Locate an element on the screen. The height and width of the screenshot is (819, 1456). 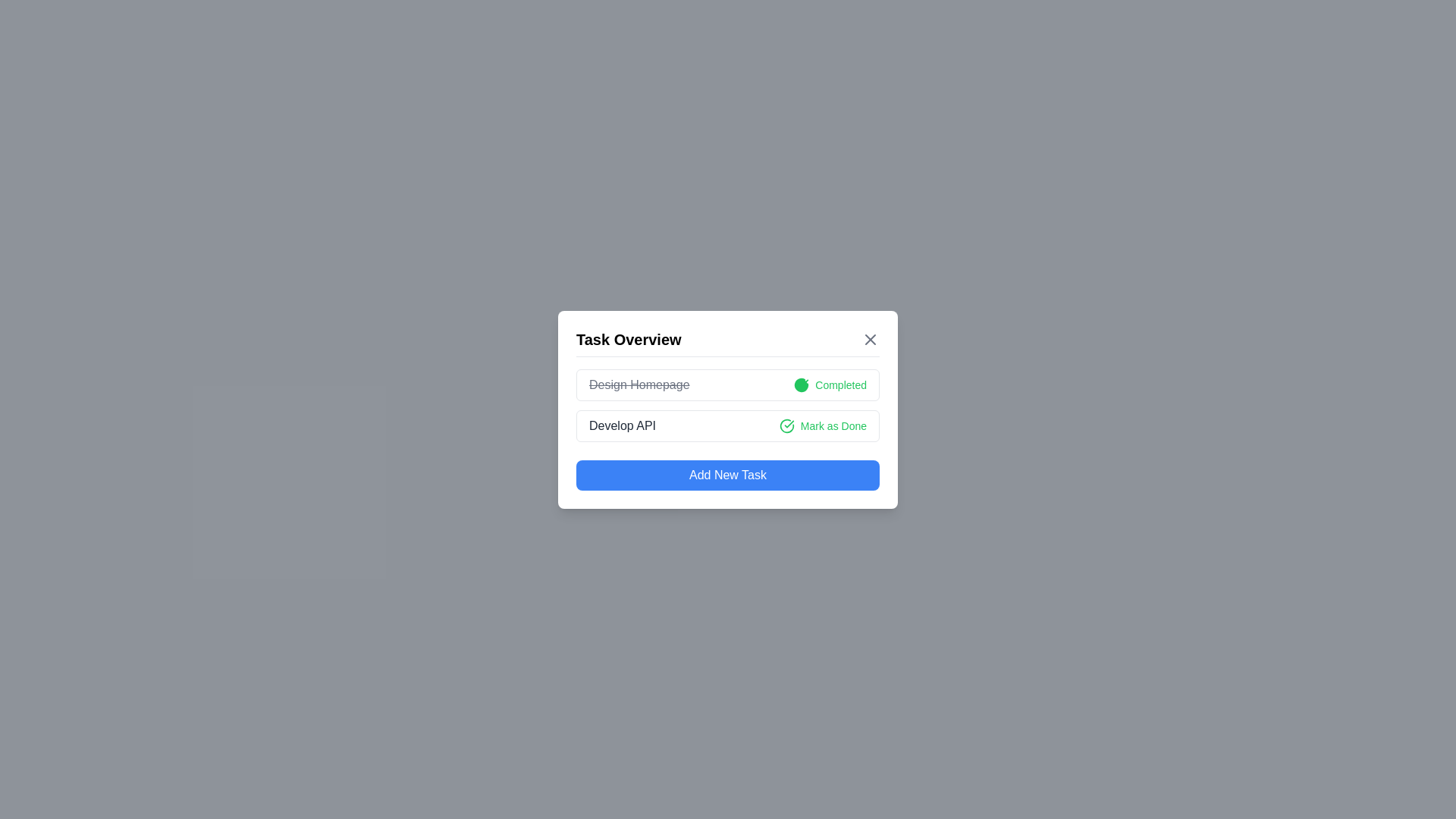
the green circular Status indicator icon with a checkmark located to the left of the text 'Completed' in the 'Task Overview' dialog is located at coordinates (801, 384).